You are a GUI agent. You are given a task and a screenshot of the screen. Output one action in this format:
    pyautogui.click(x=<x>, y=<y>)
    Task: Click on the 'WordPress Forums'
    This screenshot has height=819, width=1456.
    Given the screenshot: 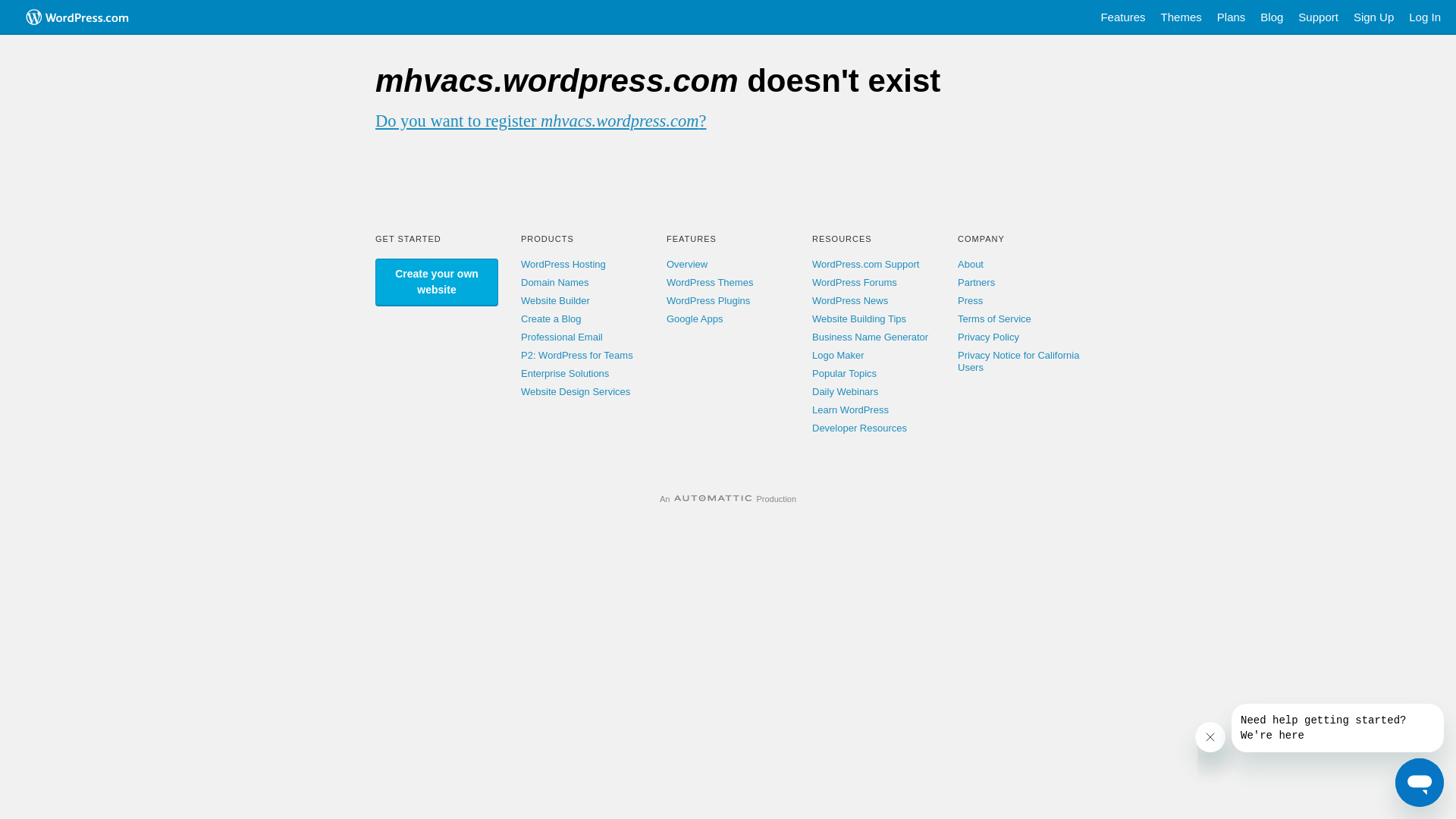 What is the action you would take?
    pyautogui.click(x=811, y=282)
    